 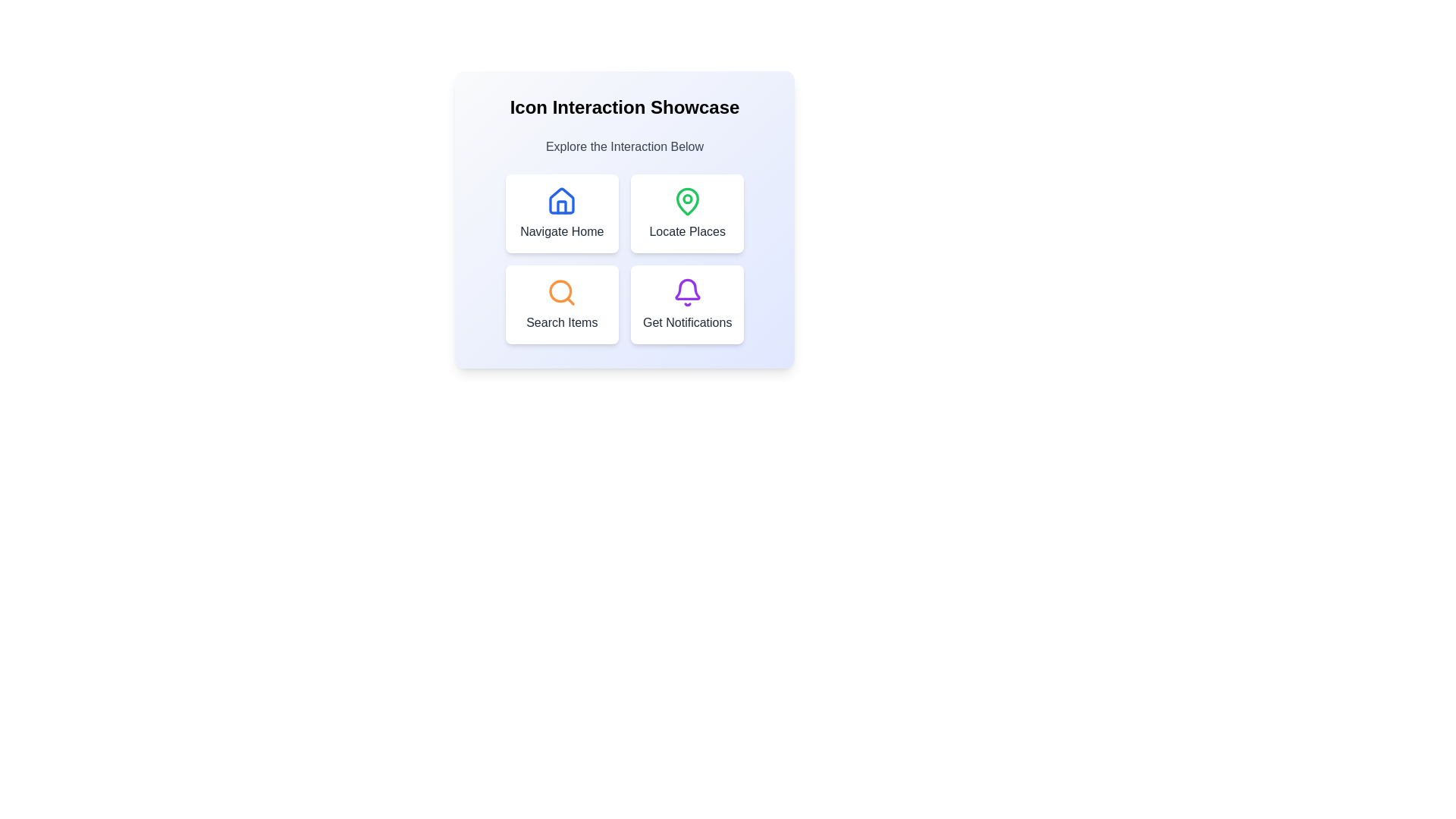 What do you see at coordinates (686, 201) in the screenshot?
I see `the map pin icon with a green outline located in the 'Locate Places' card` at bounding box center [686, 201].